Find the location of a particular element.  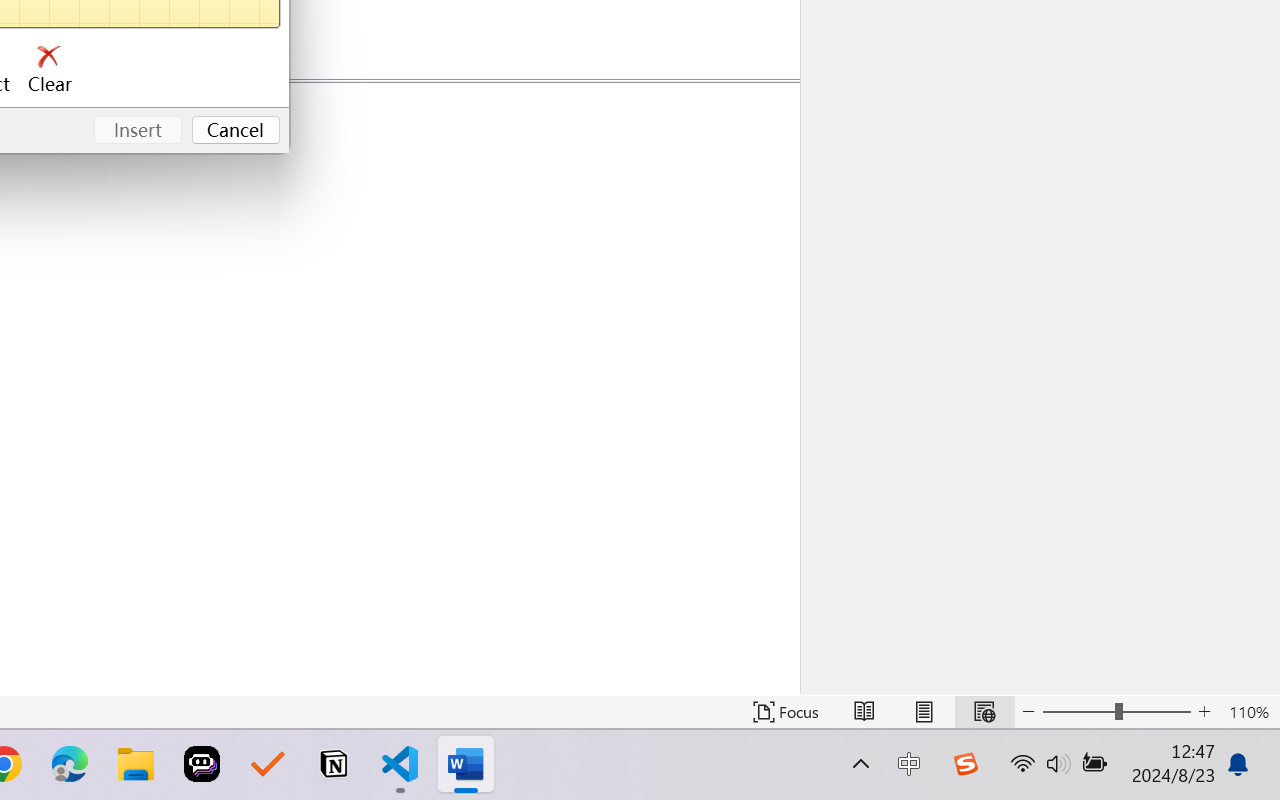

'Clear' is located at coordinates (49, 69).